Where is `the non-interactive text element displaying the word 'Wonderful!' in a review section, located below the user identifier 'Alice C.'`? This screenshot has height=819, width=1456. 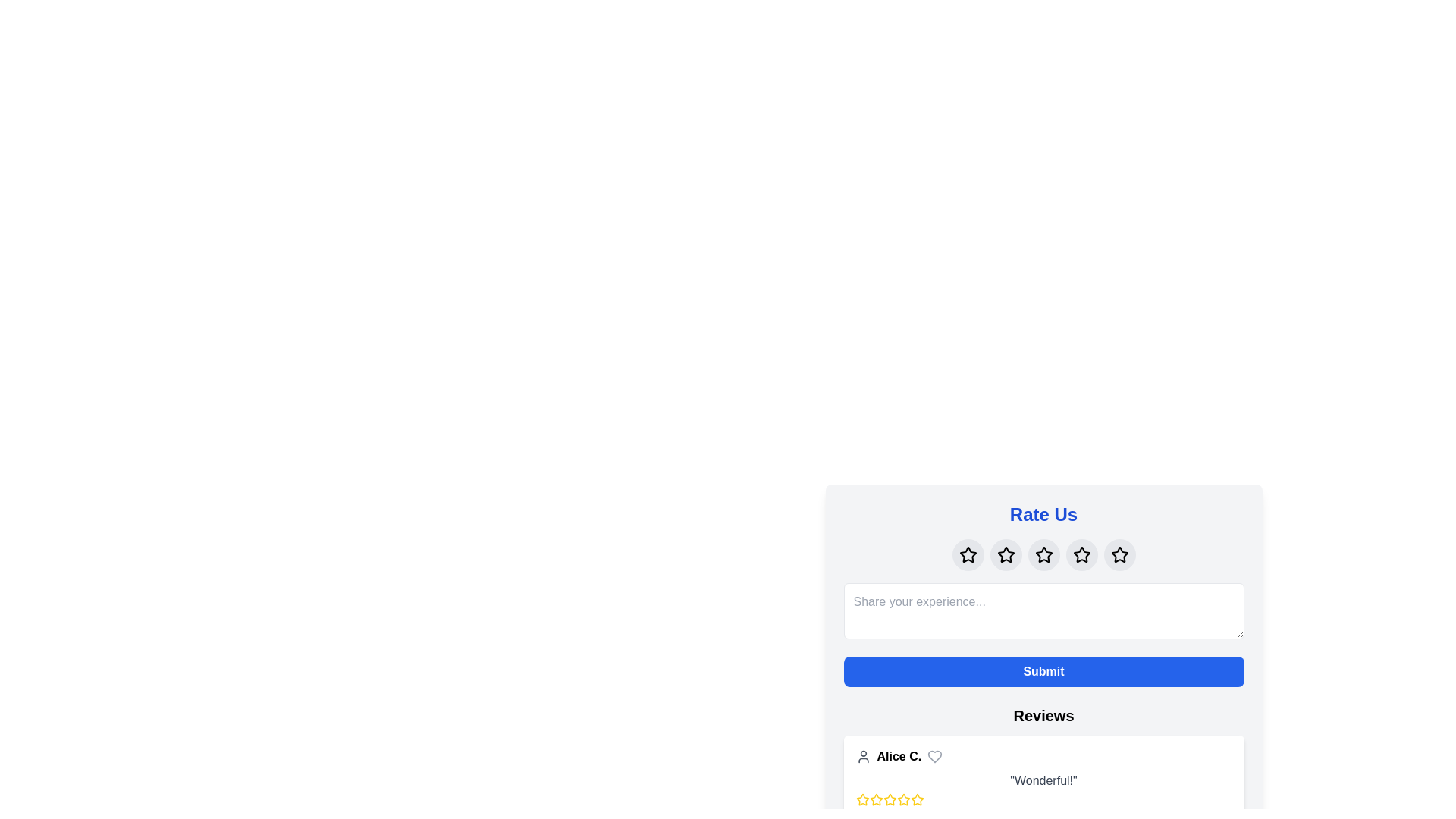
the non-interactive text element displaying the word 'Wonderful!' in a review section, located below the user identifier 'Alice C.' is located at coordinates (1043, 780).